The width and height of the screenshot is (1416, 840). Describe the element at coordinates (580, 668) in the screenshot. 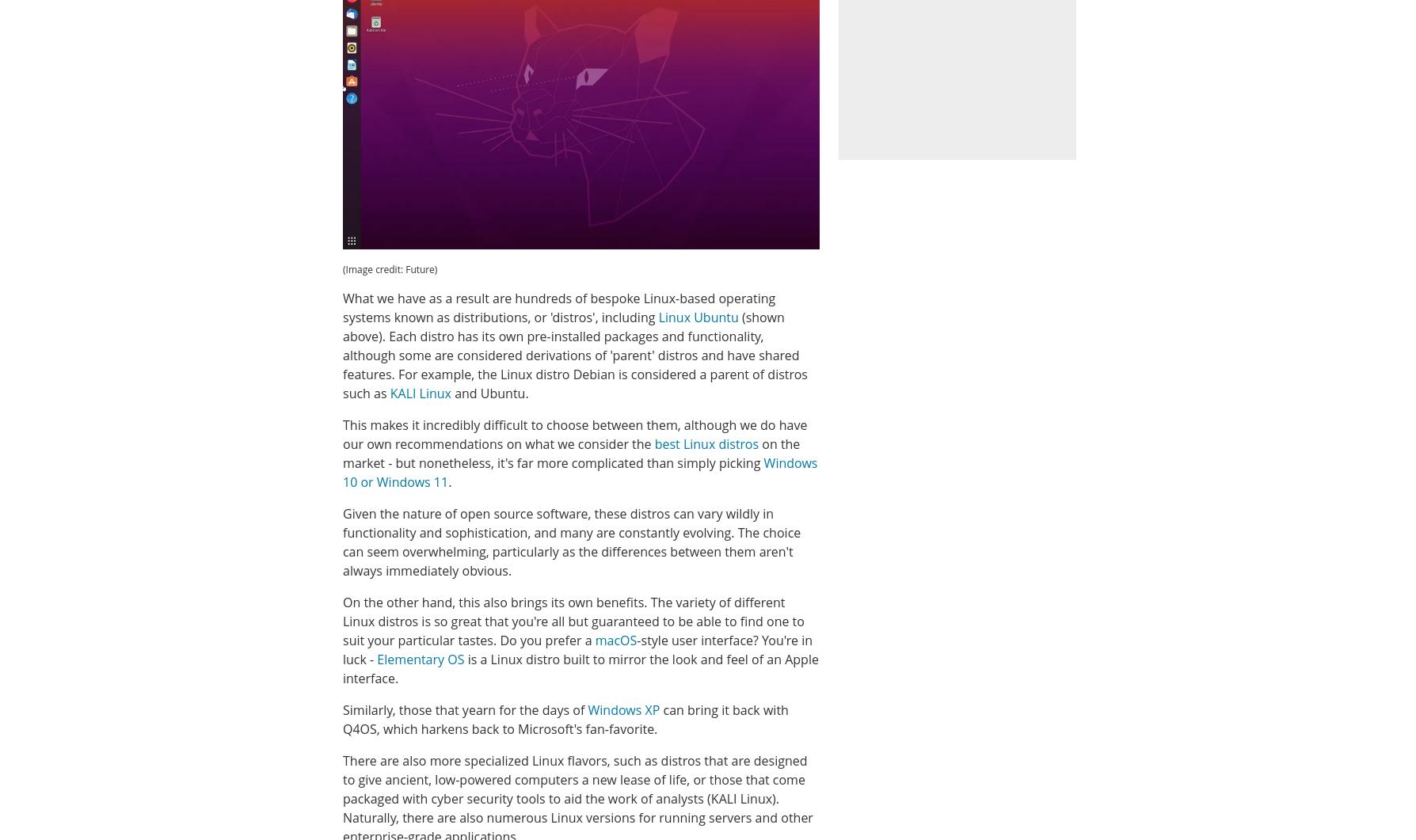

I see `'is a Linux distro built to mirror the look and feel of an Apple interface.'` at that location.